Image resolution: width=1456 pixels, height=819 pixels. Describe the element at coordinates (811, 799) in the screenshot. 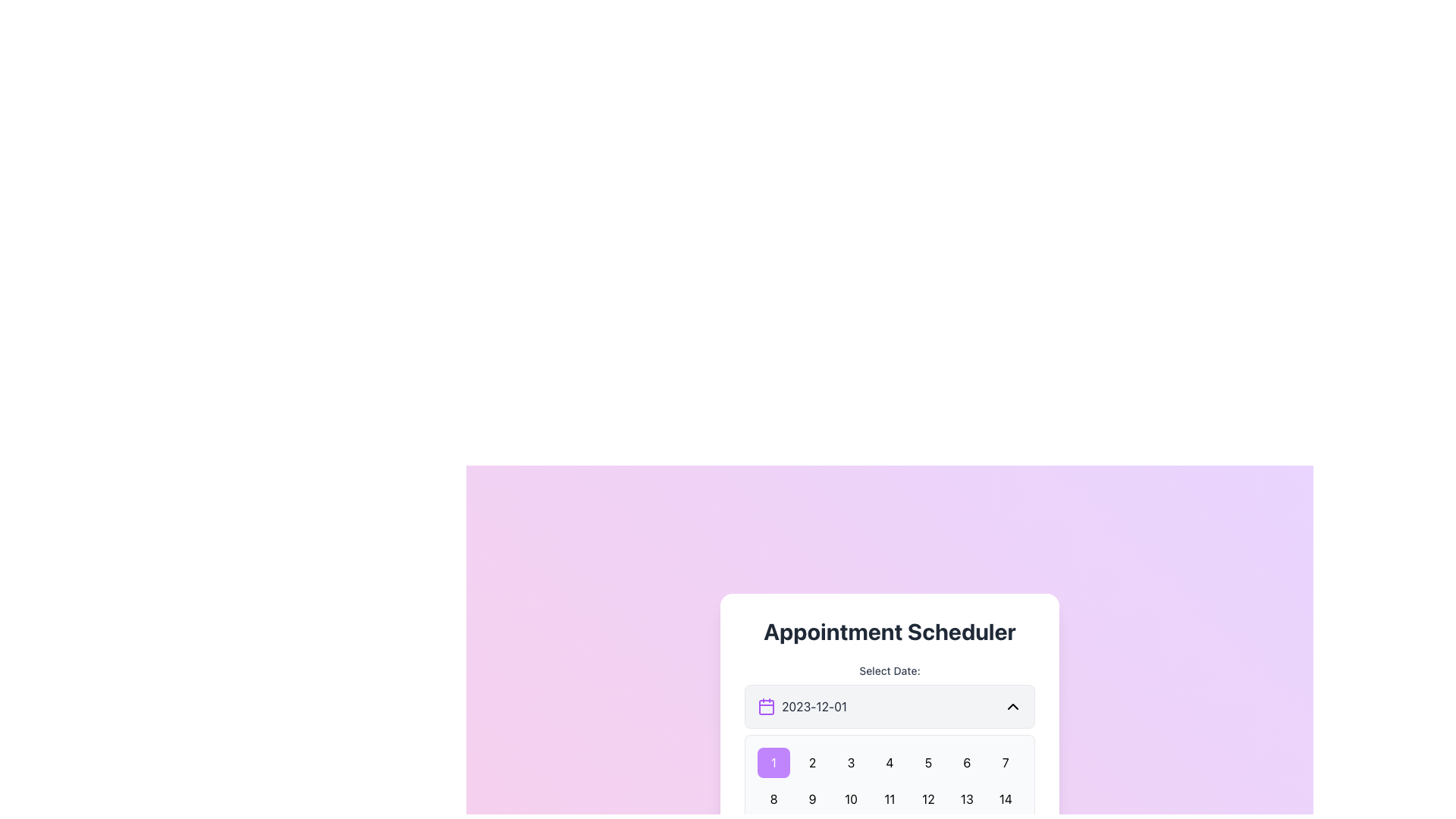

I see `the button displaying the number '9' in bold style within the 'Select Date' section of the calendar view` at that location.